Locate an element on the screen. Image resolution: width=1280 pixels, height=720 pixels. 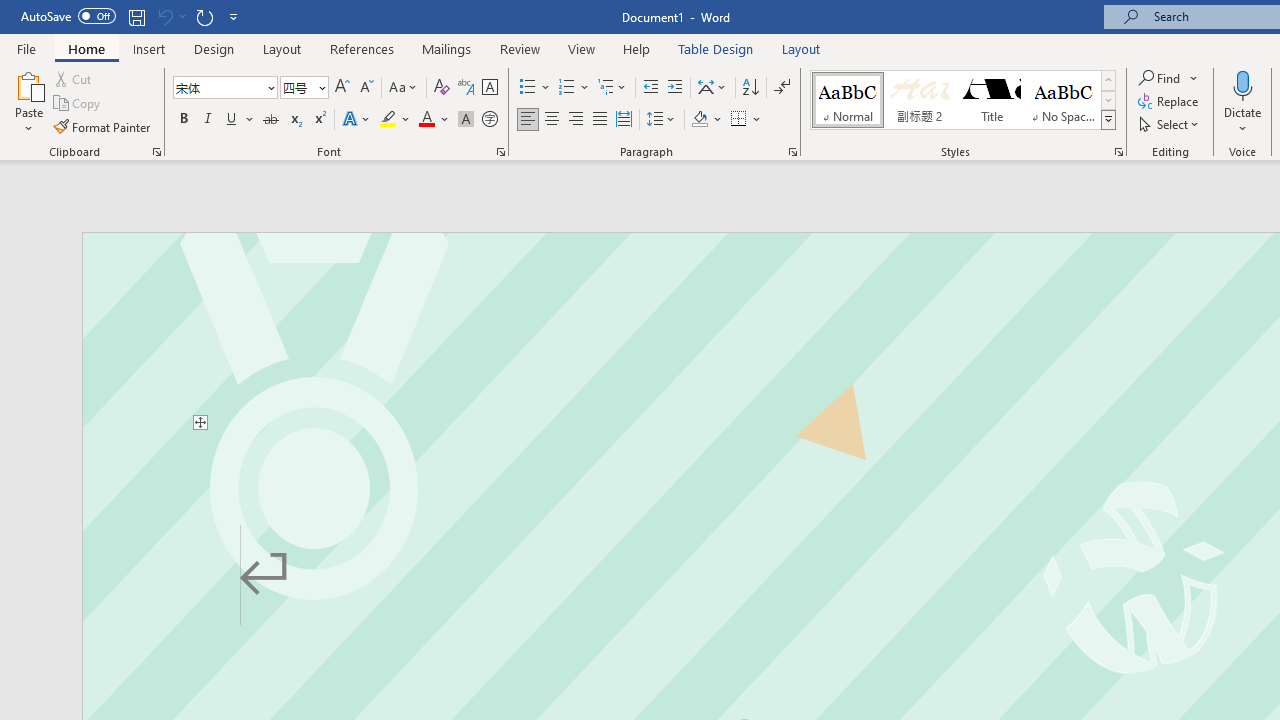
'Character Shading' is located at coordinates (464, 119).